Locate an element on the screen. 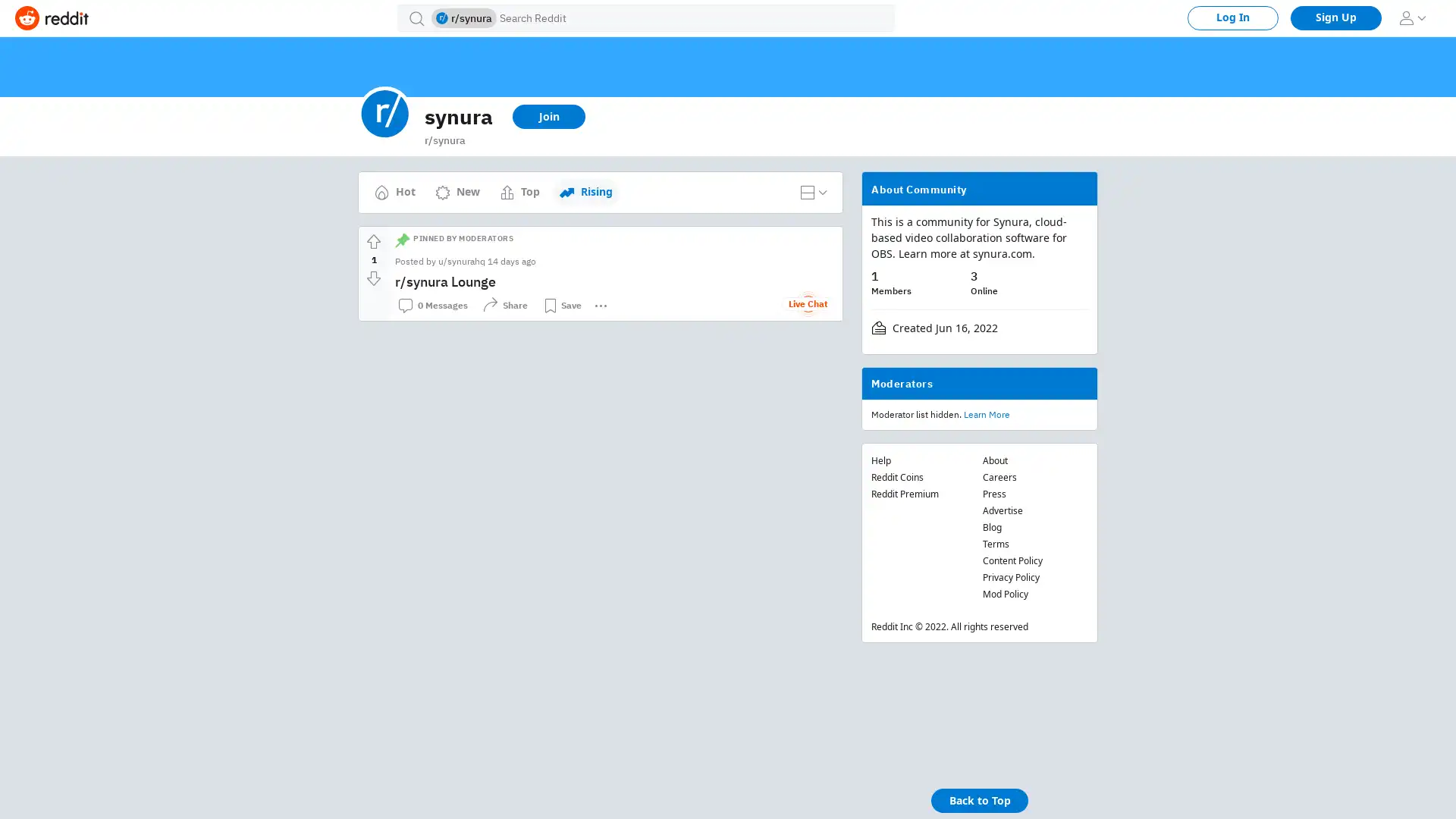 The width and height of the screenshot is (1456, 819). Sign Up is located at coordinates (1335, 17).